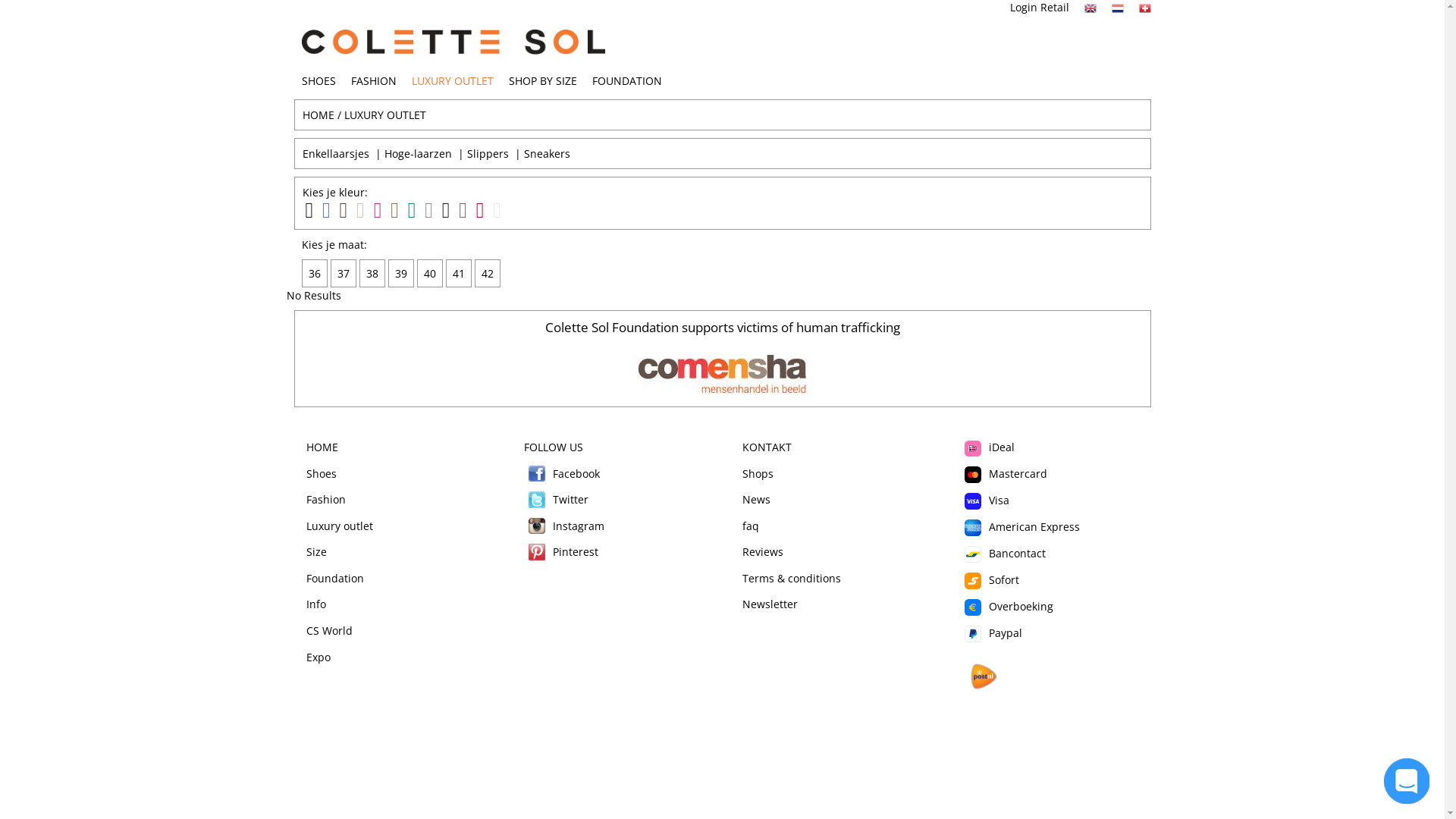  What do you see at coordinates (318, 656) in the screenshot?
I see `'Expo'` at bounding box center [318, 656].